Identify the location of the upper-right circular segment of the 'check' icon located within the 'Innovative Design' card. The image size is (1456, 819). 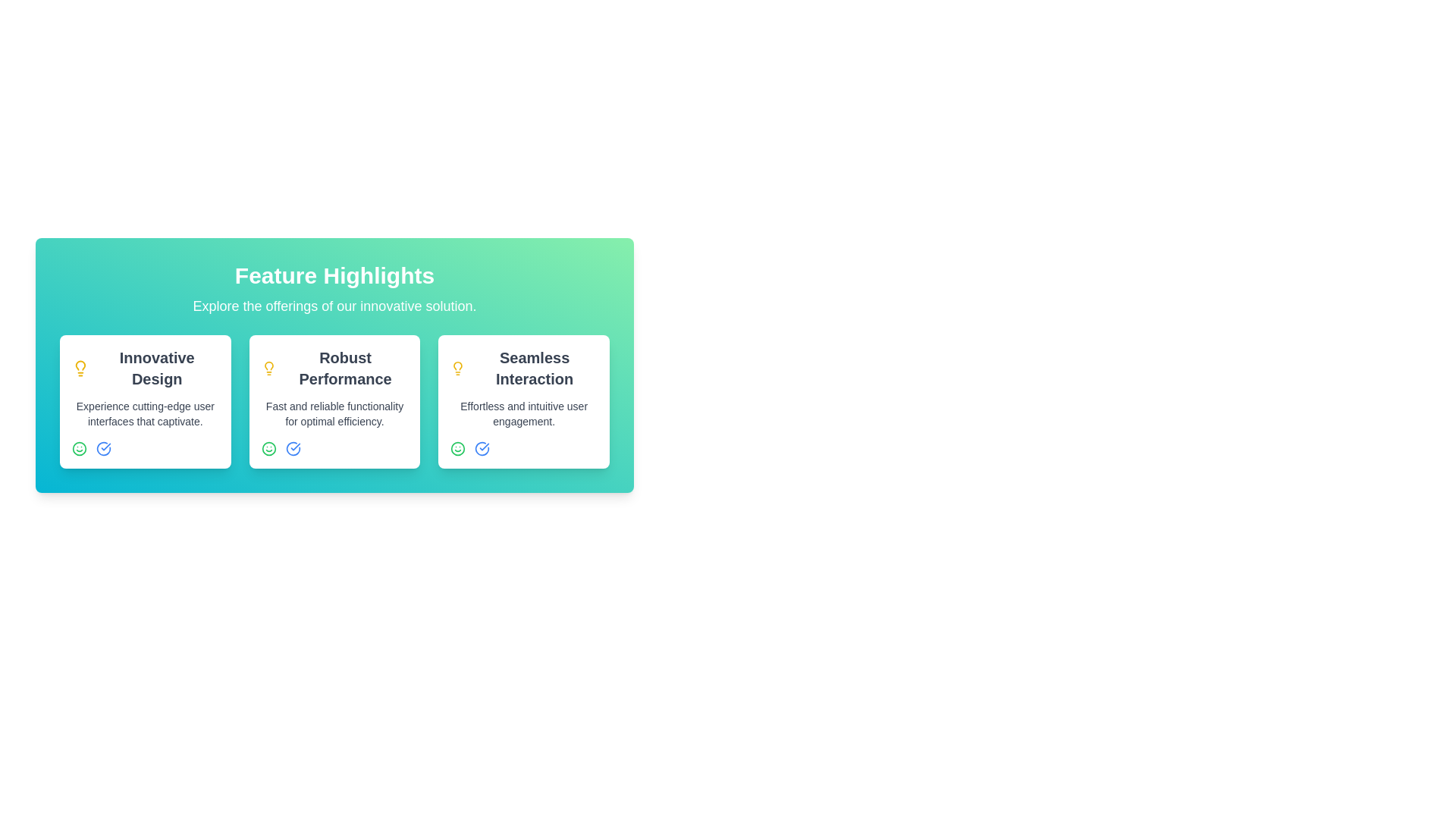
(103, 447).